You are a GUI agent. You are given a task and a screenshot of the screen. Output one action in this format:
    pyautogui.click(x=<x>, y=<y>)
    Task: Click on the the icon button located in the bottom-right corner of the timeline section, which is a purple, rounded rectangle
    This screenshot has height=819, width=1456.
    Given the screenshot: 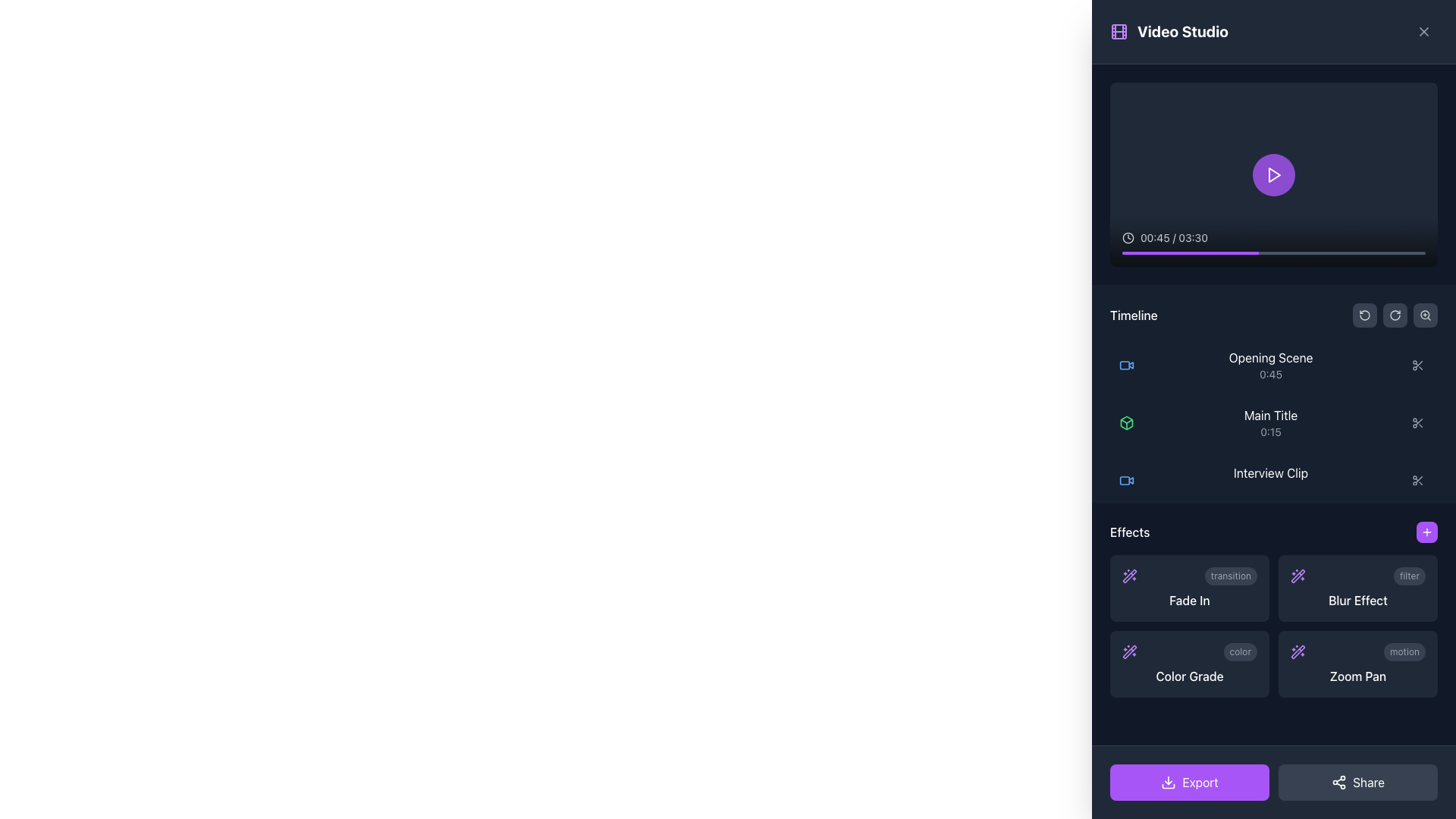 What is the action you would take?
    pyautogui.click(x=1426, y=532)
    